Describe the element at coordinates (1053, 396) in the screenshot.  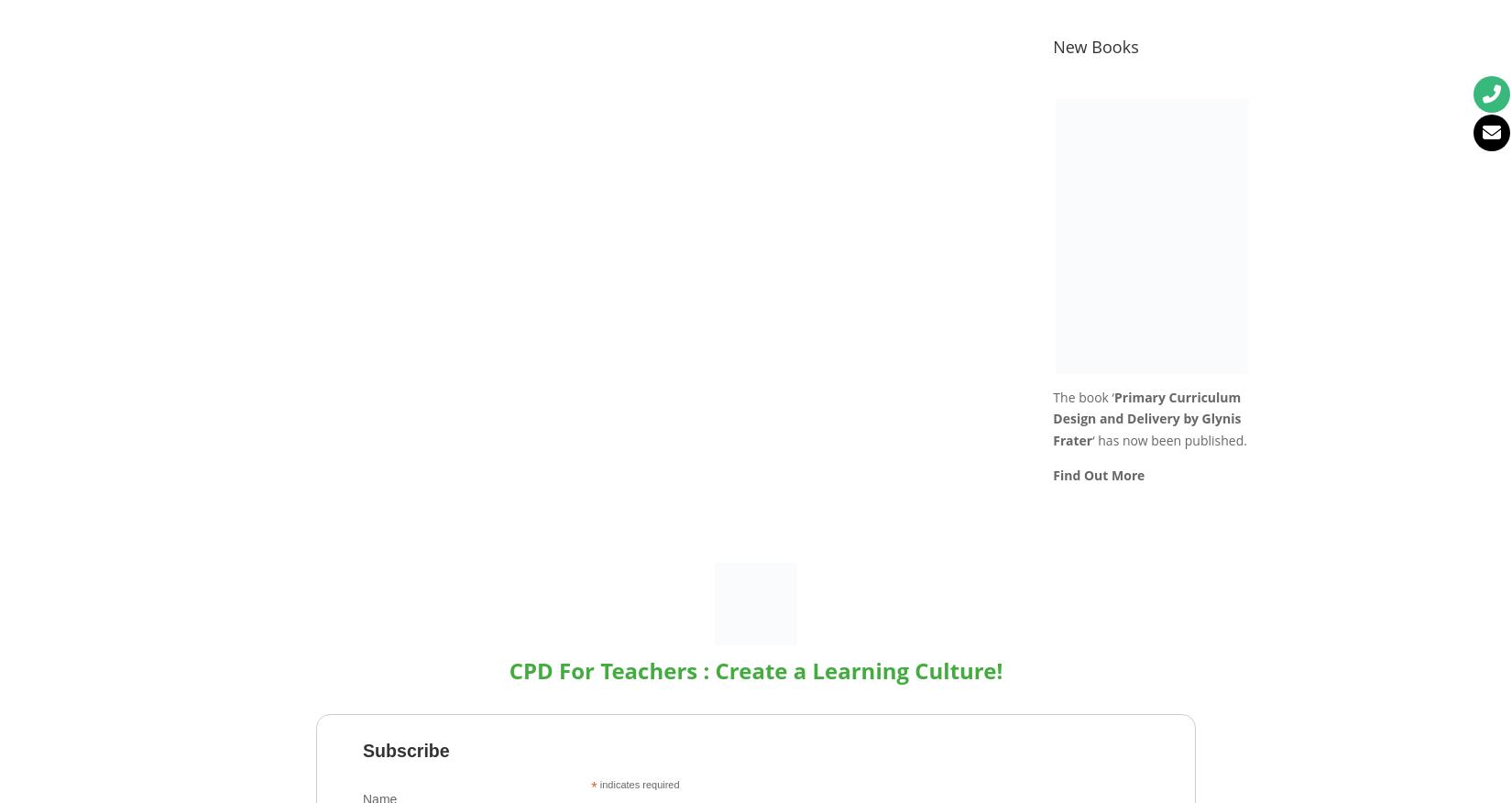
I see `'The book ‘'` at that location.